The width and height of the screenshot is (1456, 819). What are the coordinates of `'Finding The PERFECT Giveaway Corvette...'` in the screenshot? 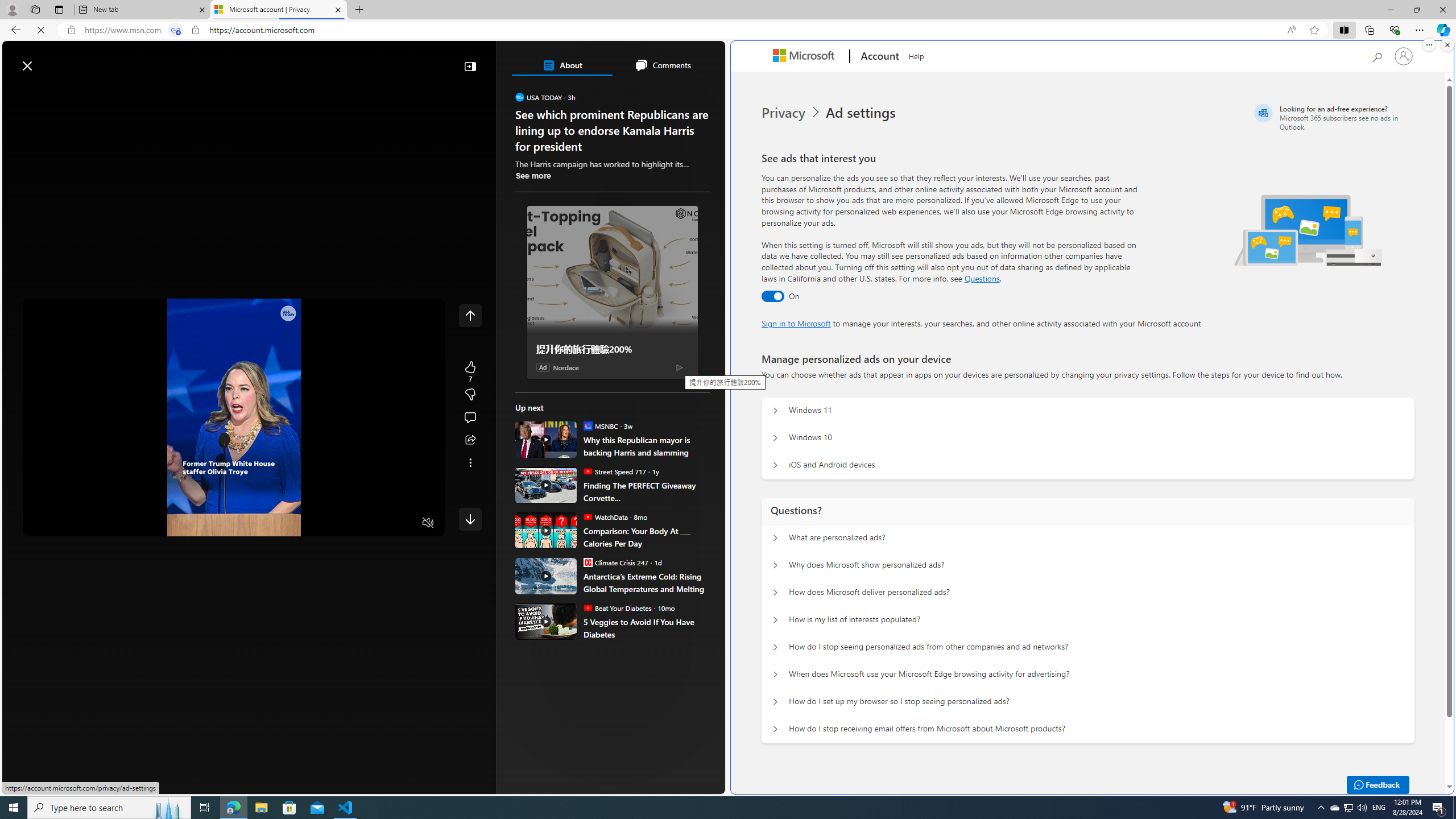 It's located at (646, 491).